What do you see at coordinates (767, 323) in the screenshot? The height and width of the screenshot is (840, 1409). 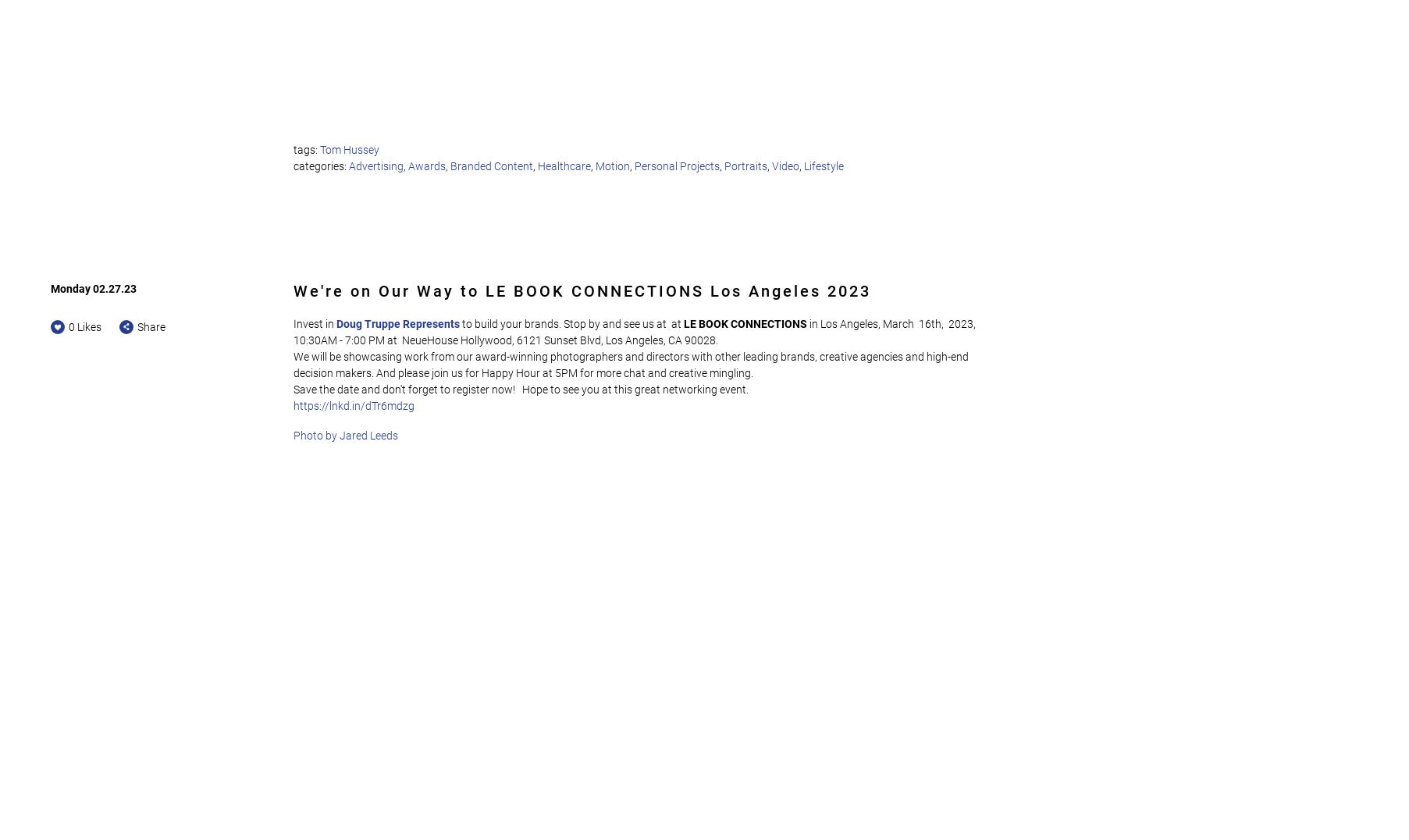 I see `'CONNECTIONS'` at bounding box center [767, 323].